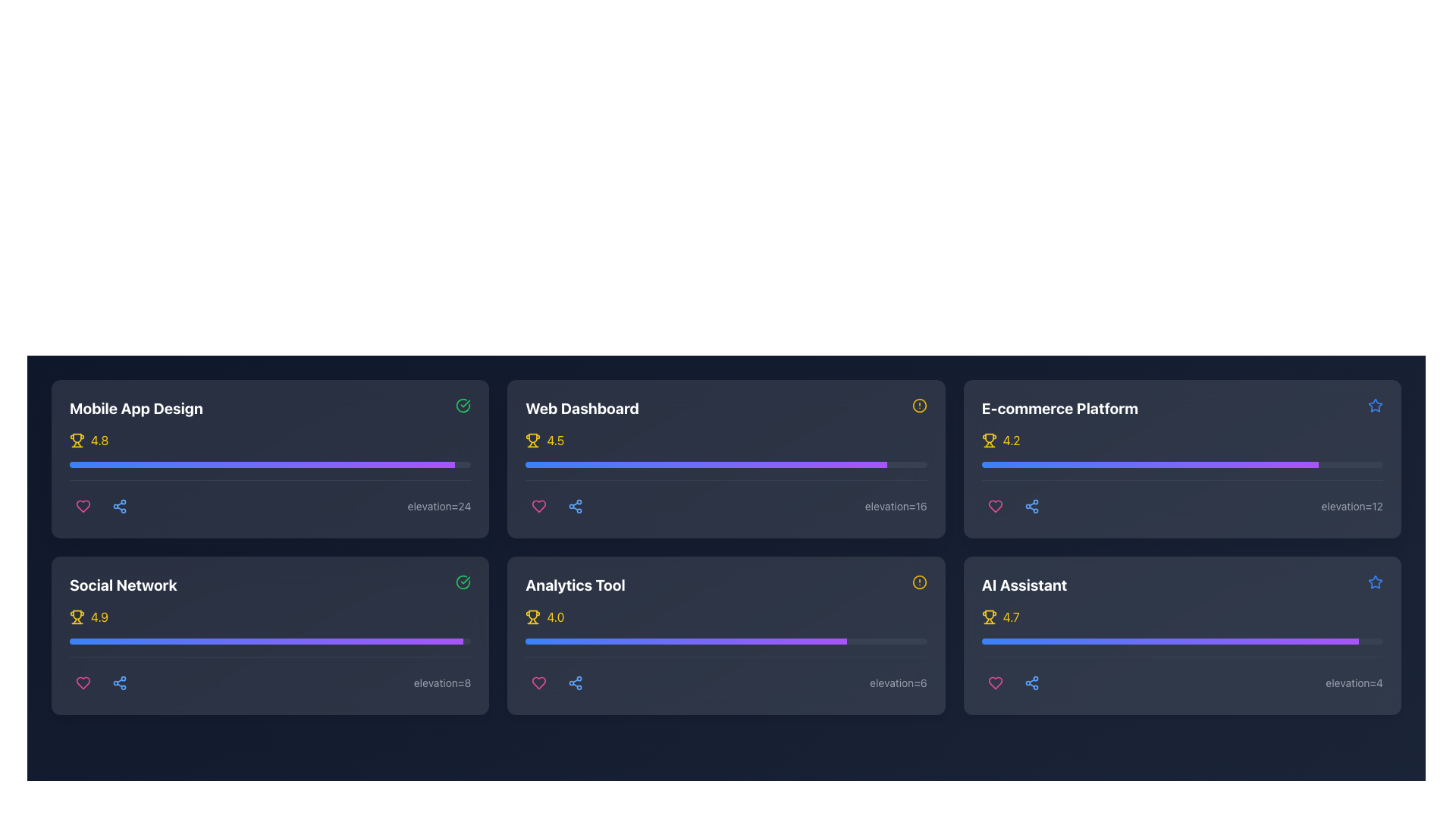 The image size is (1456, 819). I want to click on the star icon located at the top-right corner of the 'AI Assistant' card to trigger the tooltip or highlight effect, so click(1376, 404).